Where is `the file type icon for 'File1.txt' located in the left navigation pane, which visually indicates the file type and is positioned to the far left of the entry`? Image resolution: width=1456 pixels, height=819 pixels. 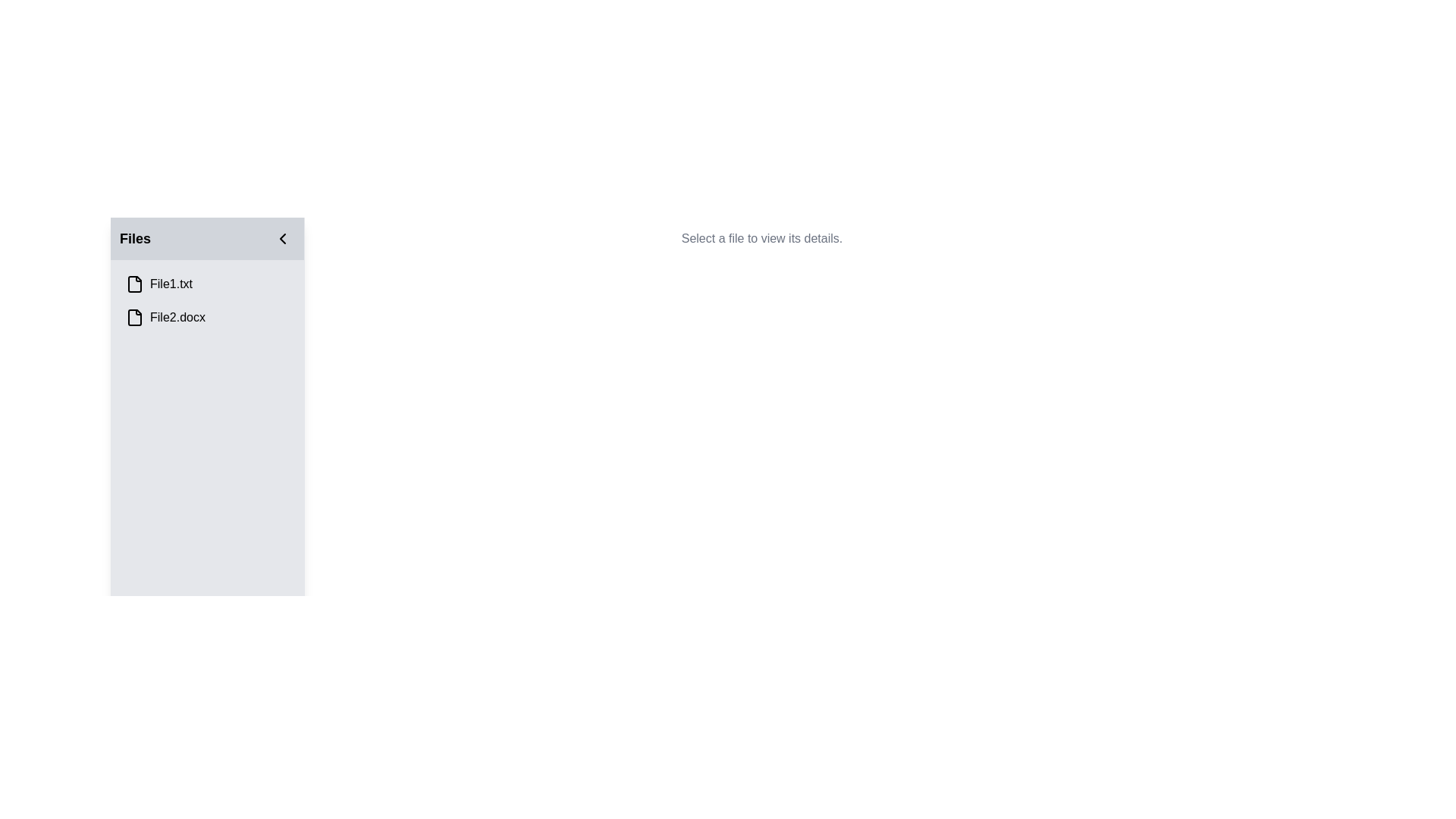 the file type icon for 'File1.txt' located in the left navigation pane, which visually indicates the file type and is positioned to the far left of the entry is located at coordinates (134, 284).